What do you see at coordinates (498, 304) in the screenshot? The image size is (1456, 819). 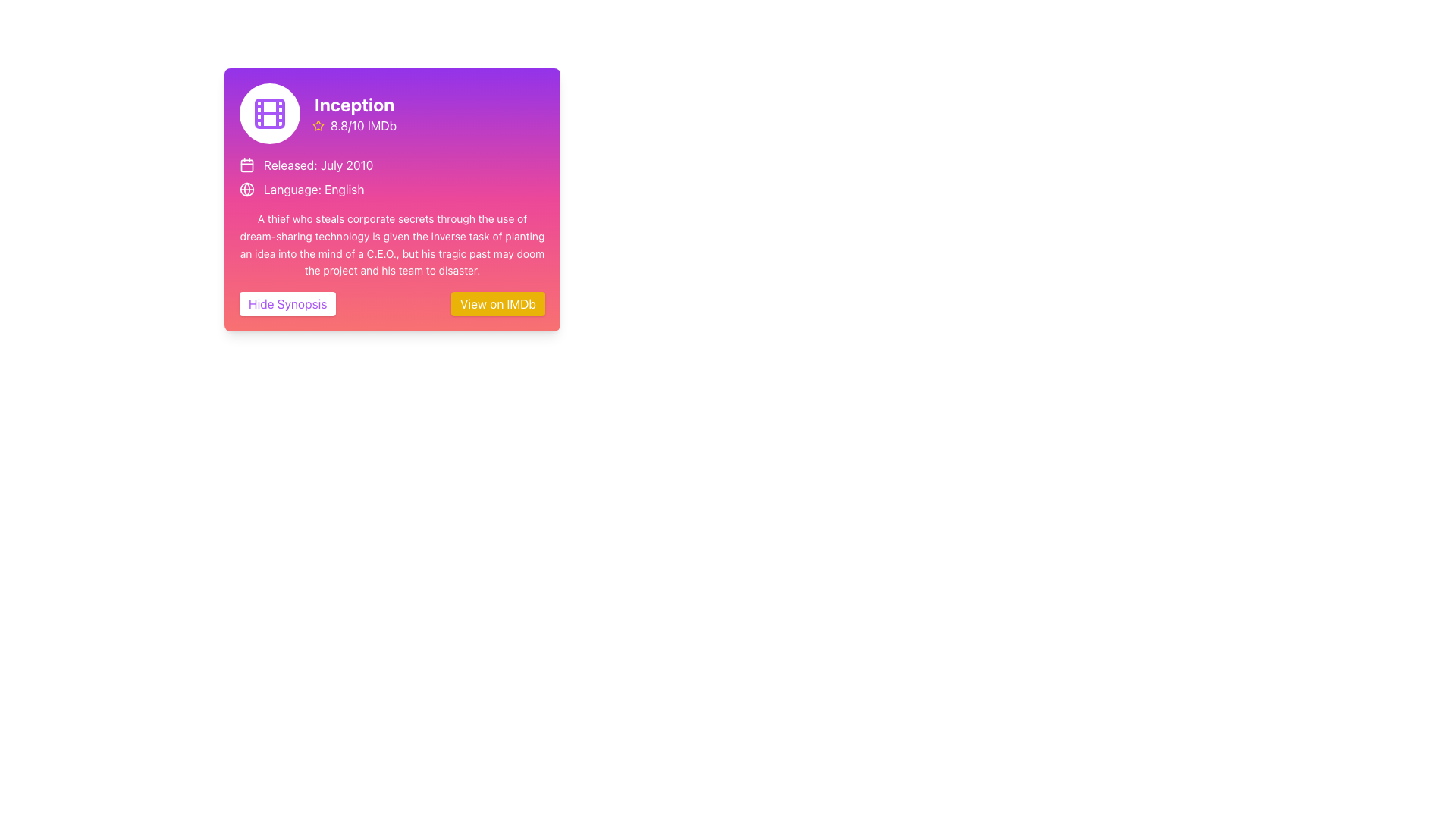 I see `the 'View on IMDb' hyperlink button, which is a rectangular button with a yellow background, located to the right of the 'Hide Synopsis' button at the bottom of a card-style UI` at bounding box center [498, 304].